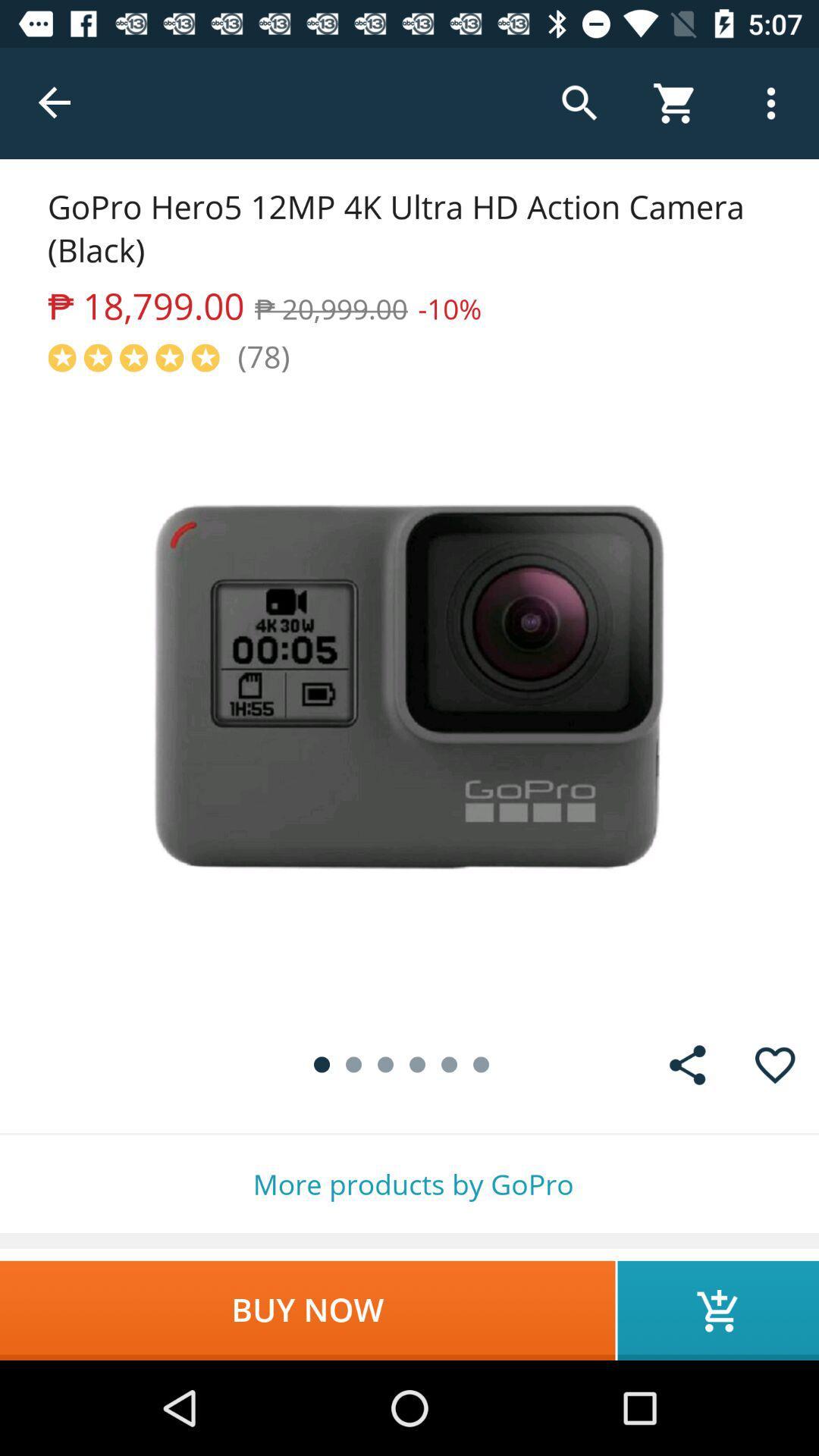 The width and height of the screenshot is (819, 1456). Describe the element at coordinates (687, 1064) in the screenshot. I see `item above the more products by icon` at that location.